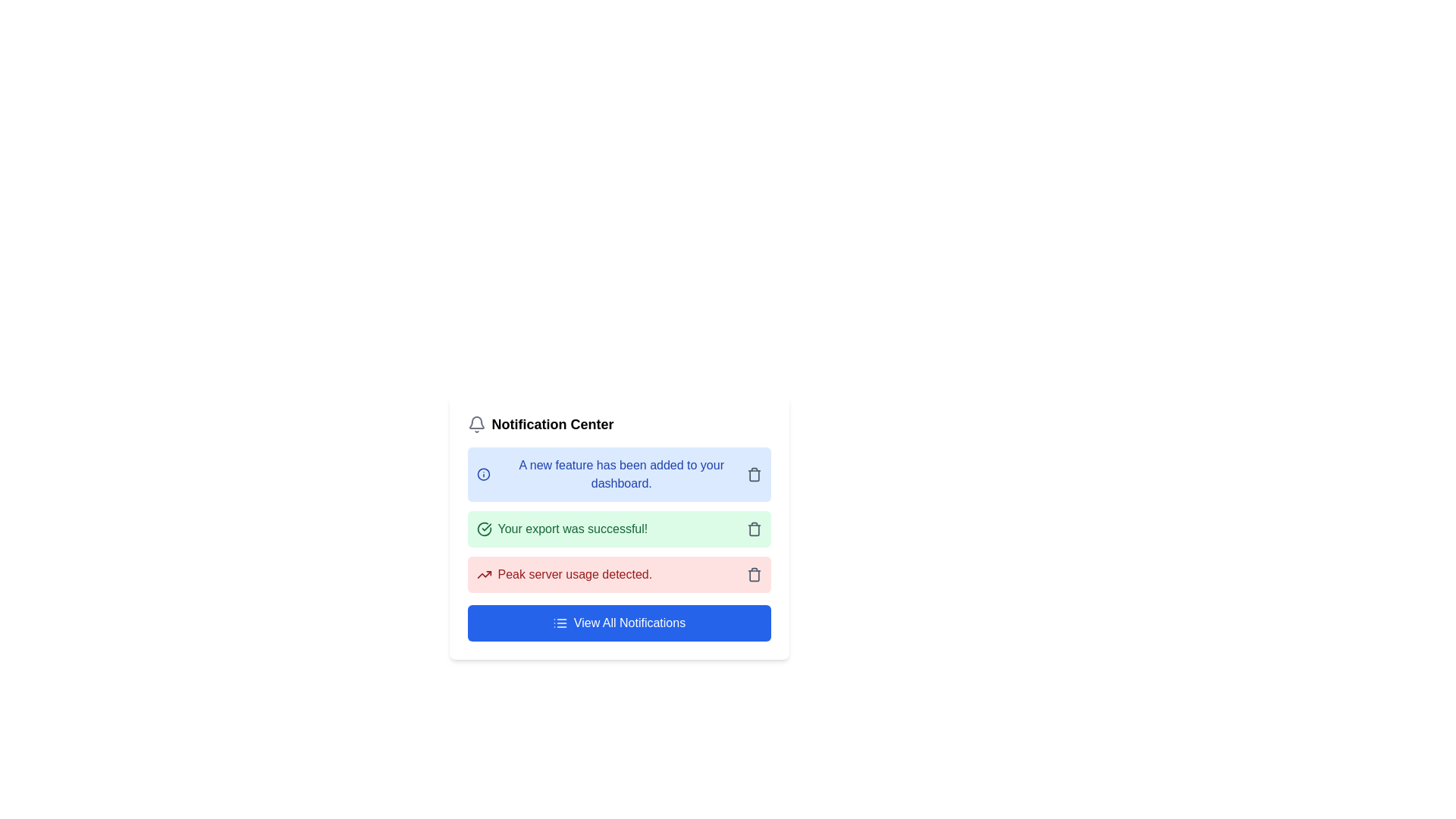 The width and height of the screenshot is (1456, 819). Describe the element at coordinates (754, 473) in the screenshot. I see `the trash icon button on the right side of the notification message` at that location.